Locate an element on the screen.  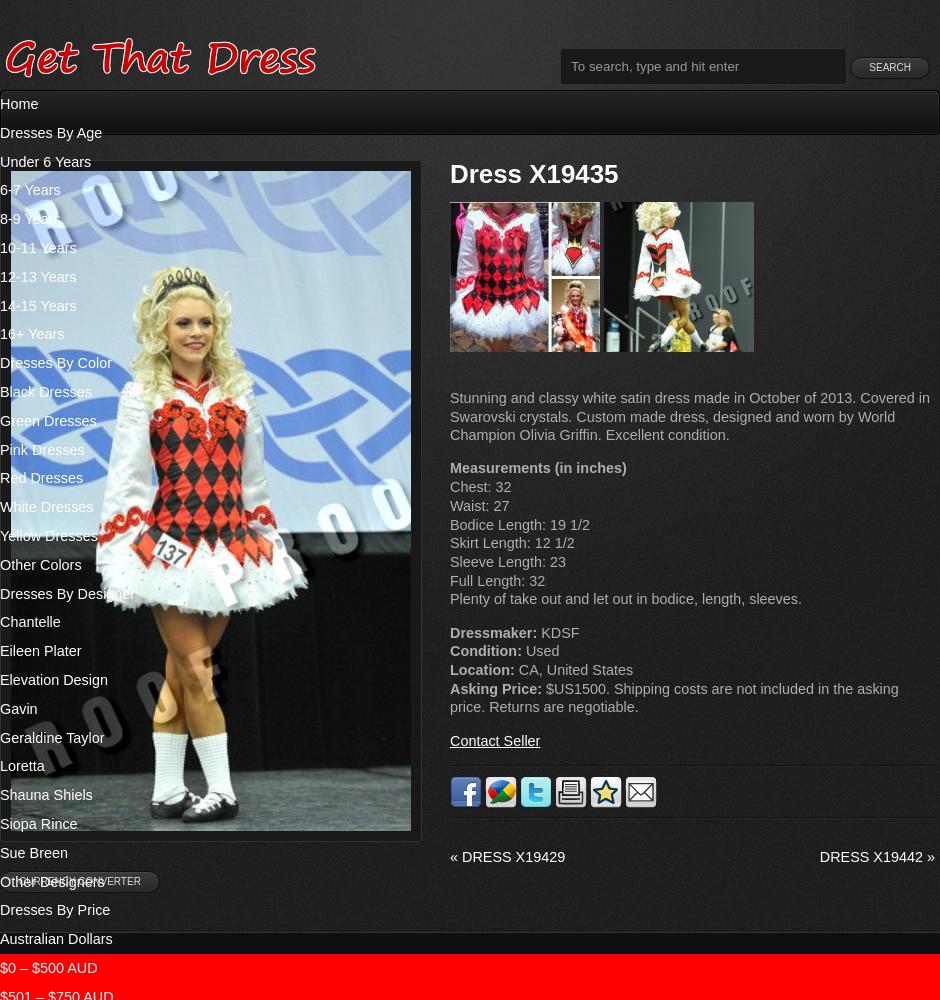
'Dresses By Price' is located at coordinates (0, 910).